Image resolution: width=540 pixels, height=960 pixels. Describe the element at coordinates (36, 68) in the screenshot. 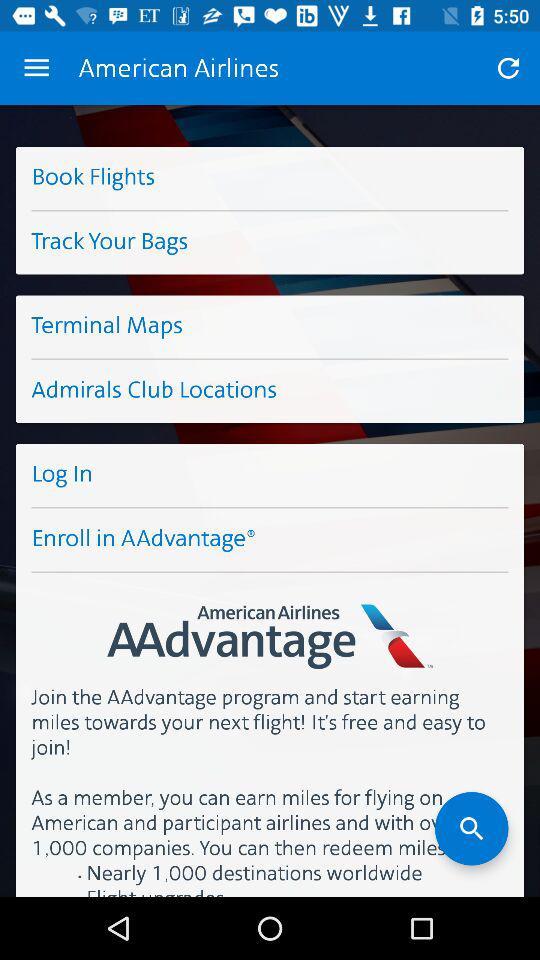

I see `app to the left of american airlines icon` at that location.